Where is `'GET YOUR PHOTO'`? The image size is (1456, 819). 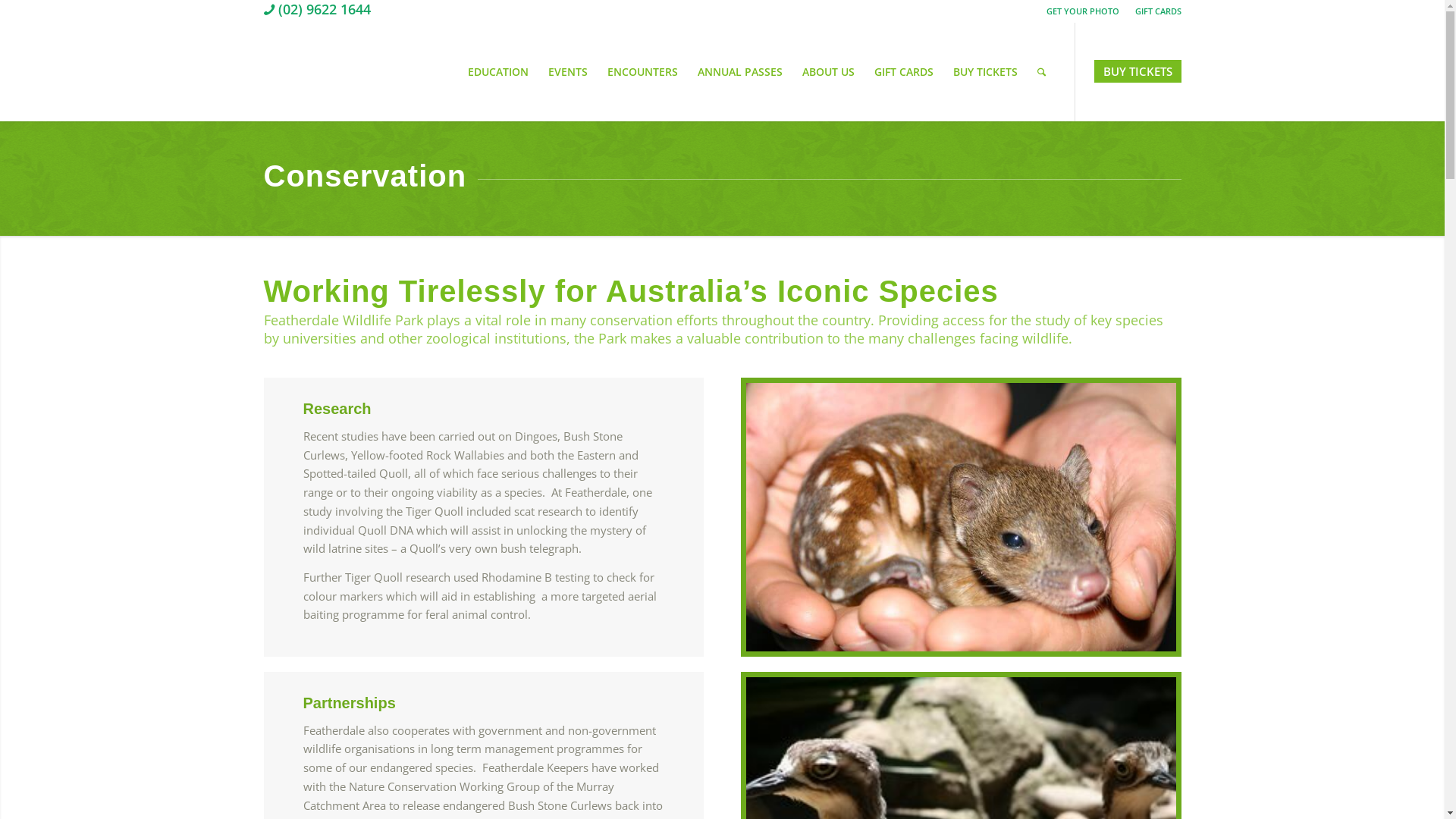
'GET YOUR PHOTO' is located at coordinates (1082, 11).